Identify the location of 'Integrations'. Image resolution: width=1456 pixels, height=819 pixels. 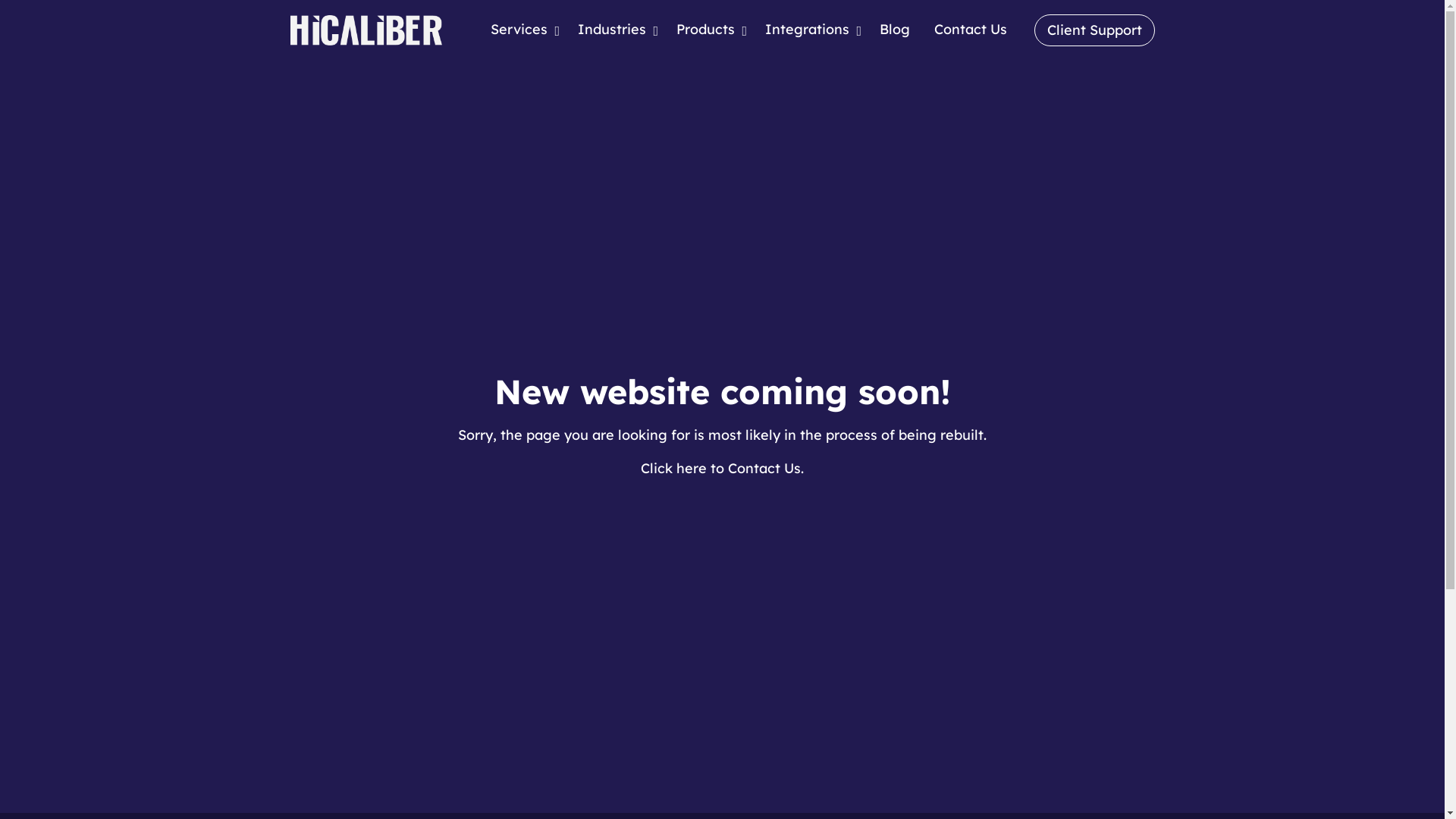
(808, 29).